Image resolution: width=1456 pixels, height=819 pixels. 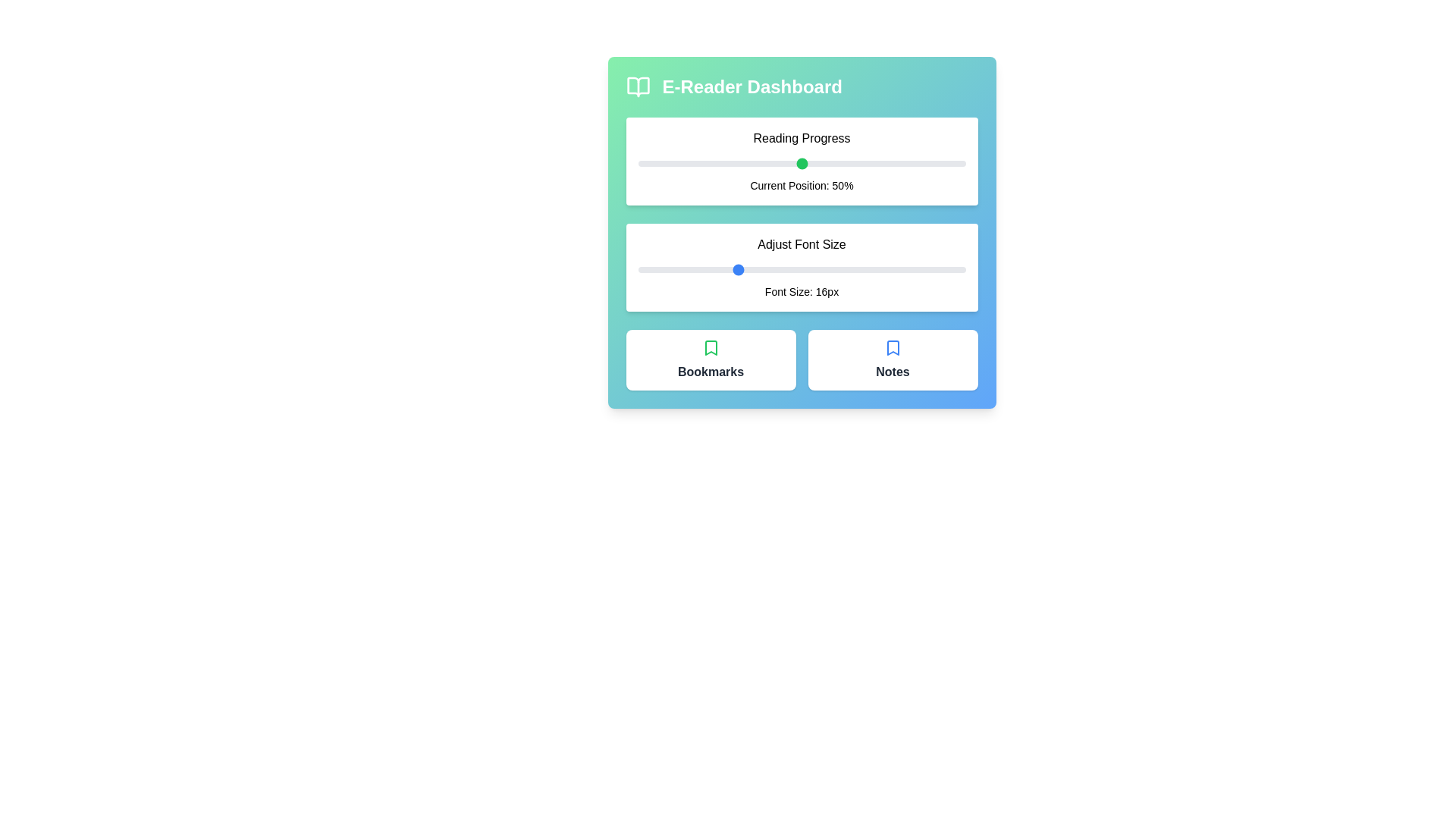 I want to click on the font size slider to 18 px, so click(x=769, y=268).